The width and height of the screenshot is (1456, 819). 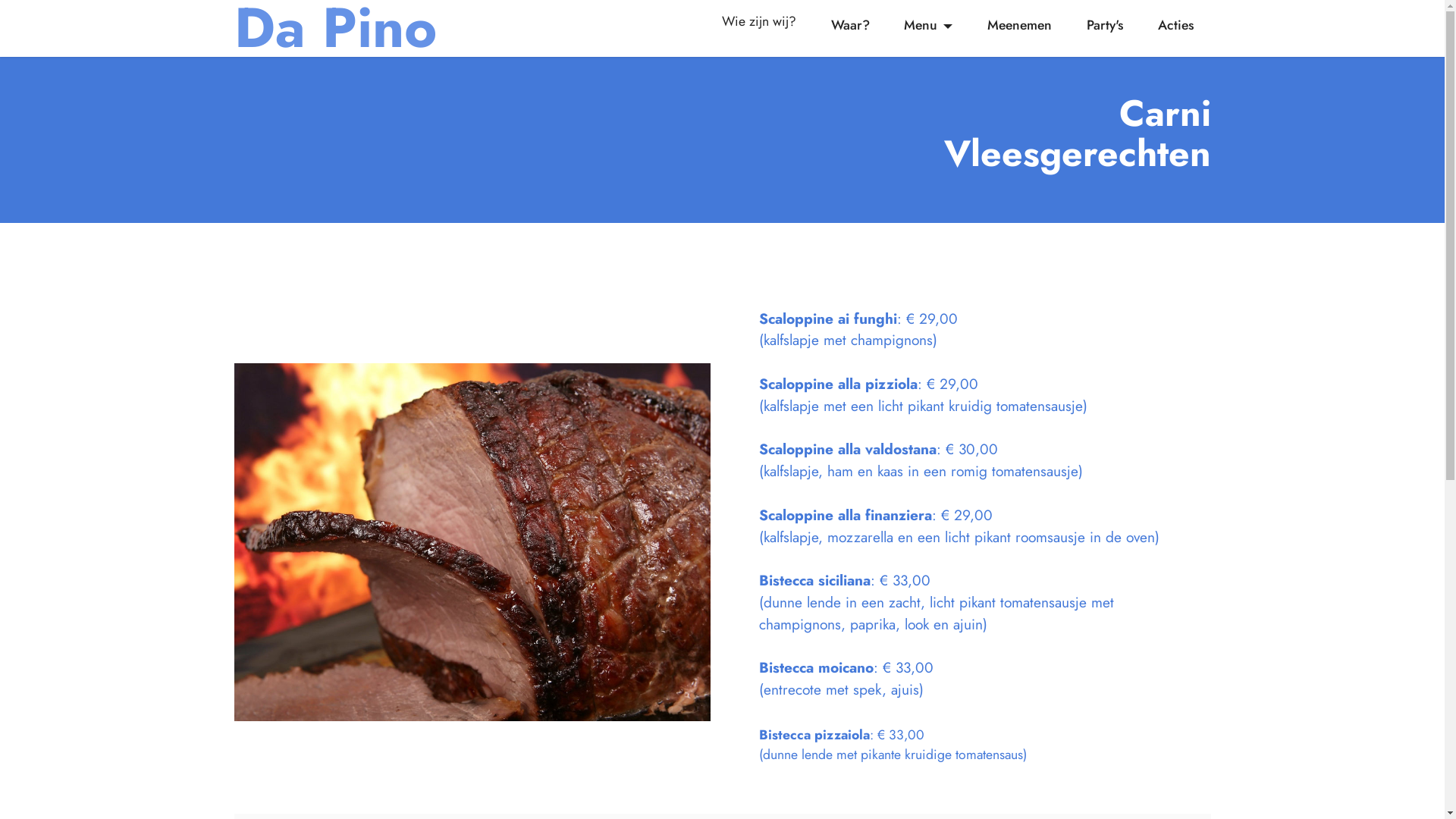 What do you see at coordinates (334, 28) in the screenshot?
I see `'Da Pino'` at bounding box center [334, 28].